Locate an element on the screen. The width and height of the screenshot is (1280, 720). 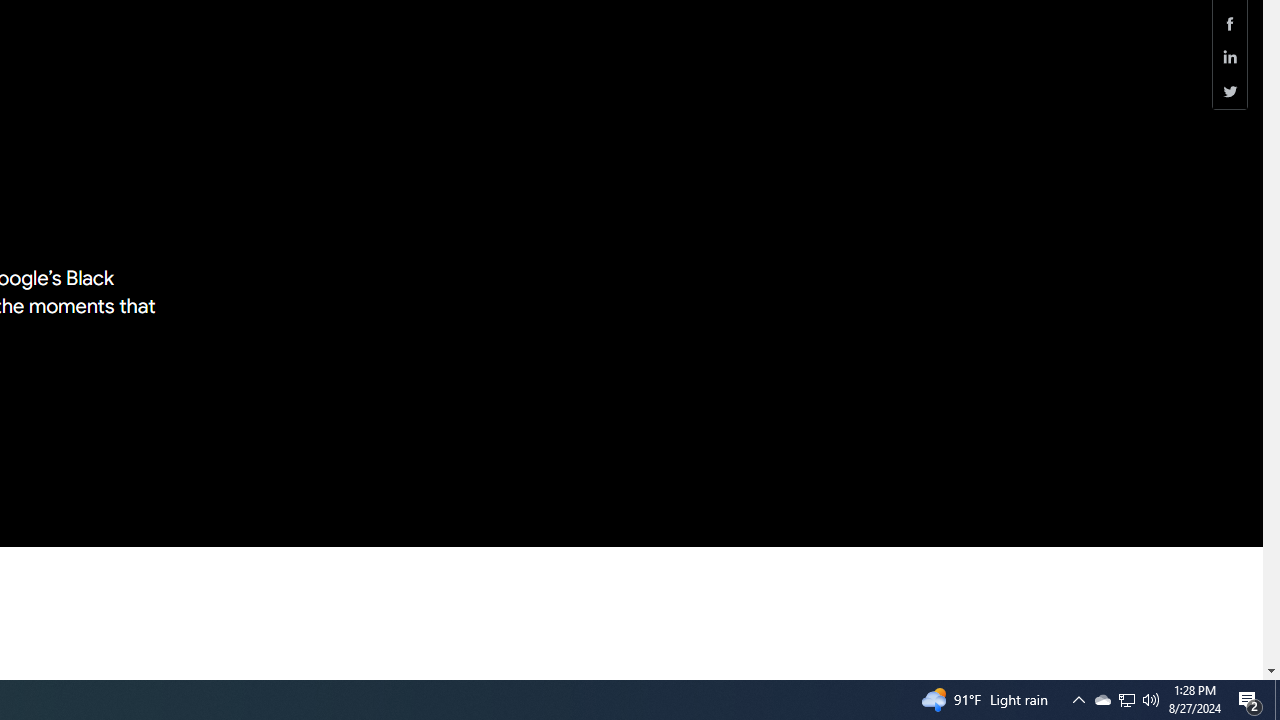
'Share this page (LinkedIn)' is located at coordinates (1229, 56).